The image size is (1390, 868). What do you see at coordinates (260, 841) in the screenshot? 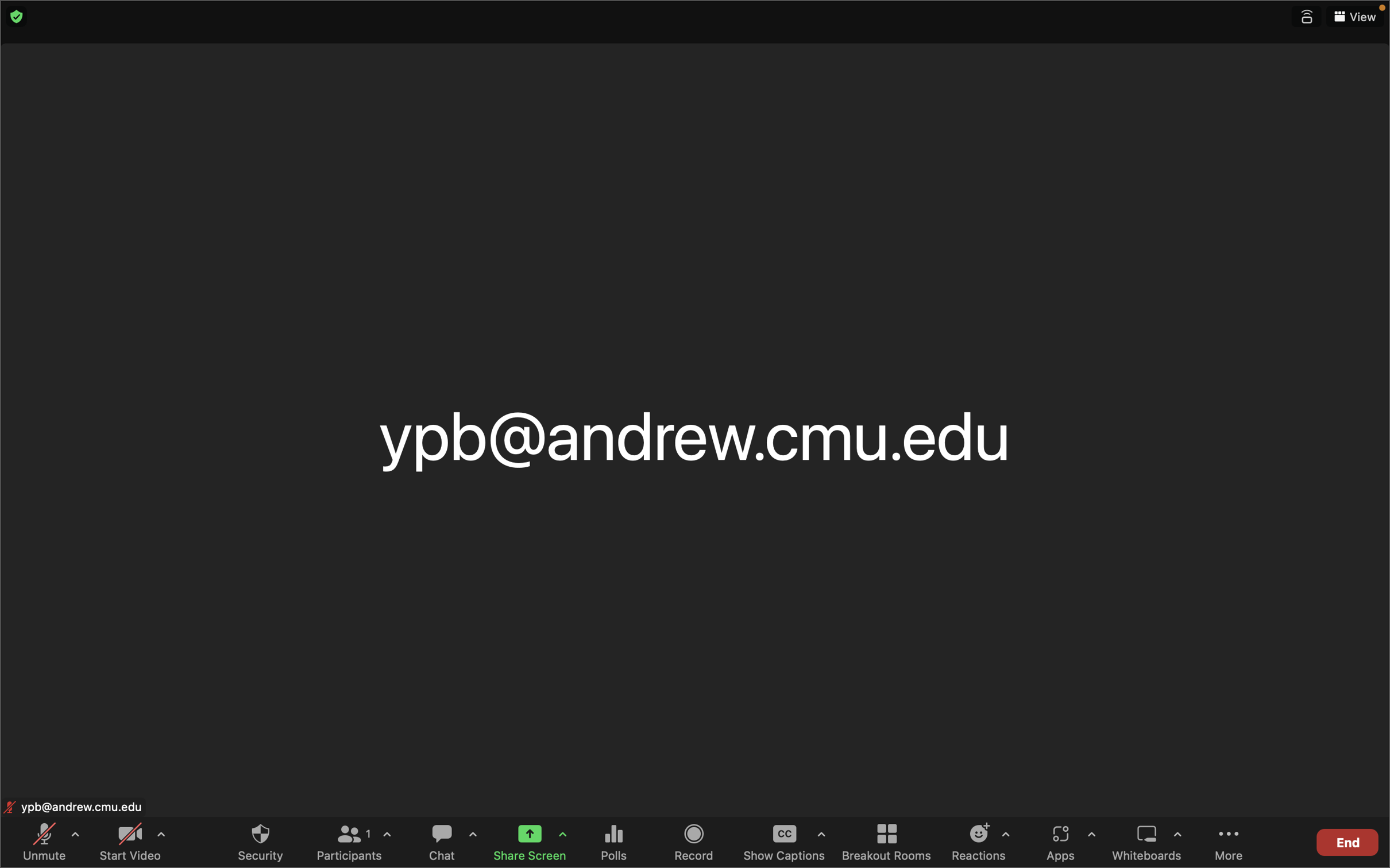
I see `the security preferences` at bounding box center [260, 841].